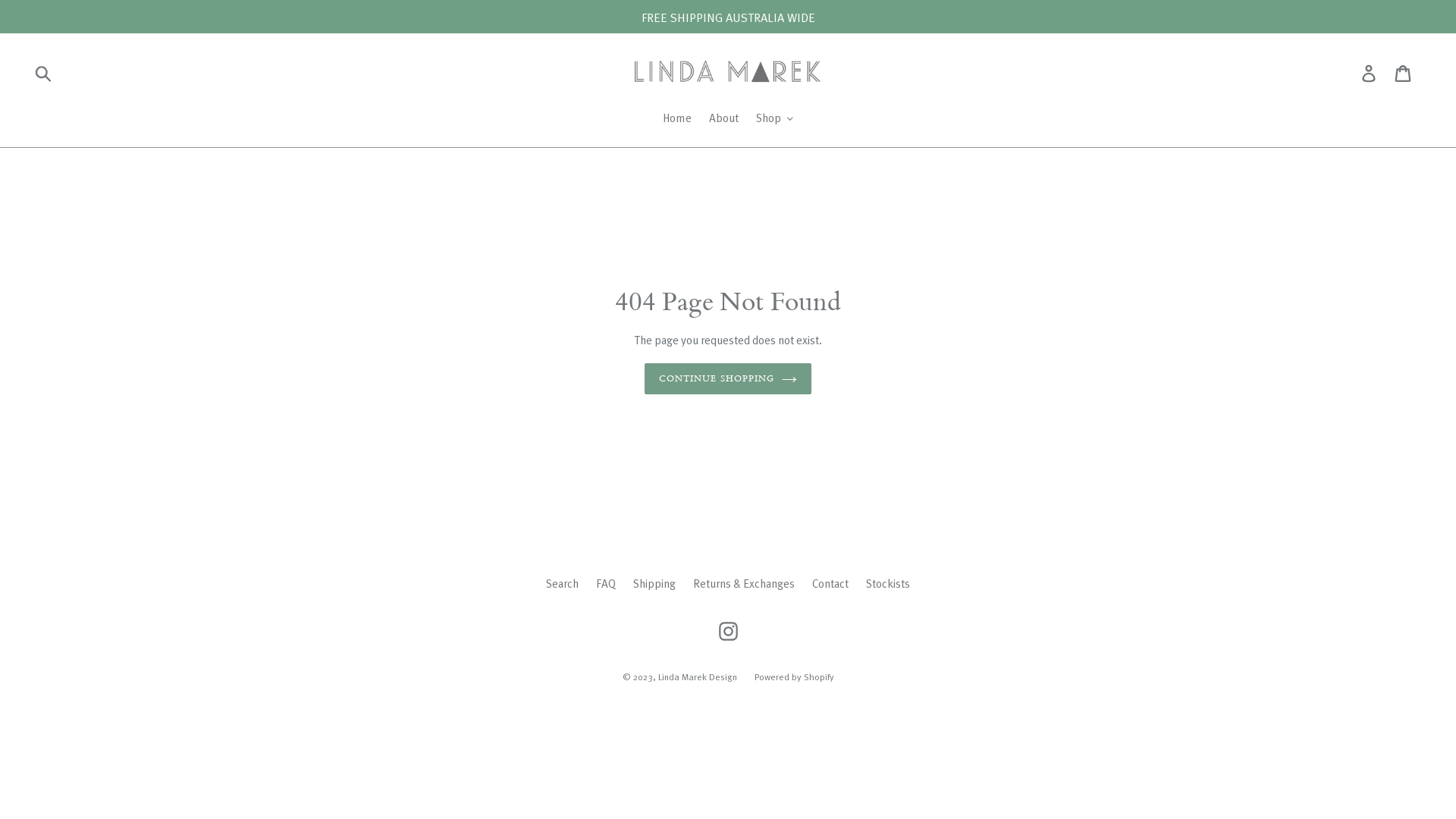 The image size is (1456, 819). I want to click on 'Cart', so click(1403, 73).